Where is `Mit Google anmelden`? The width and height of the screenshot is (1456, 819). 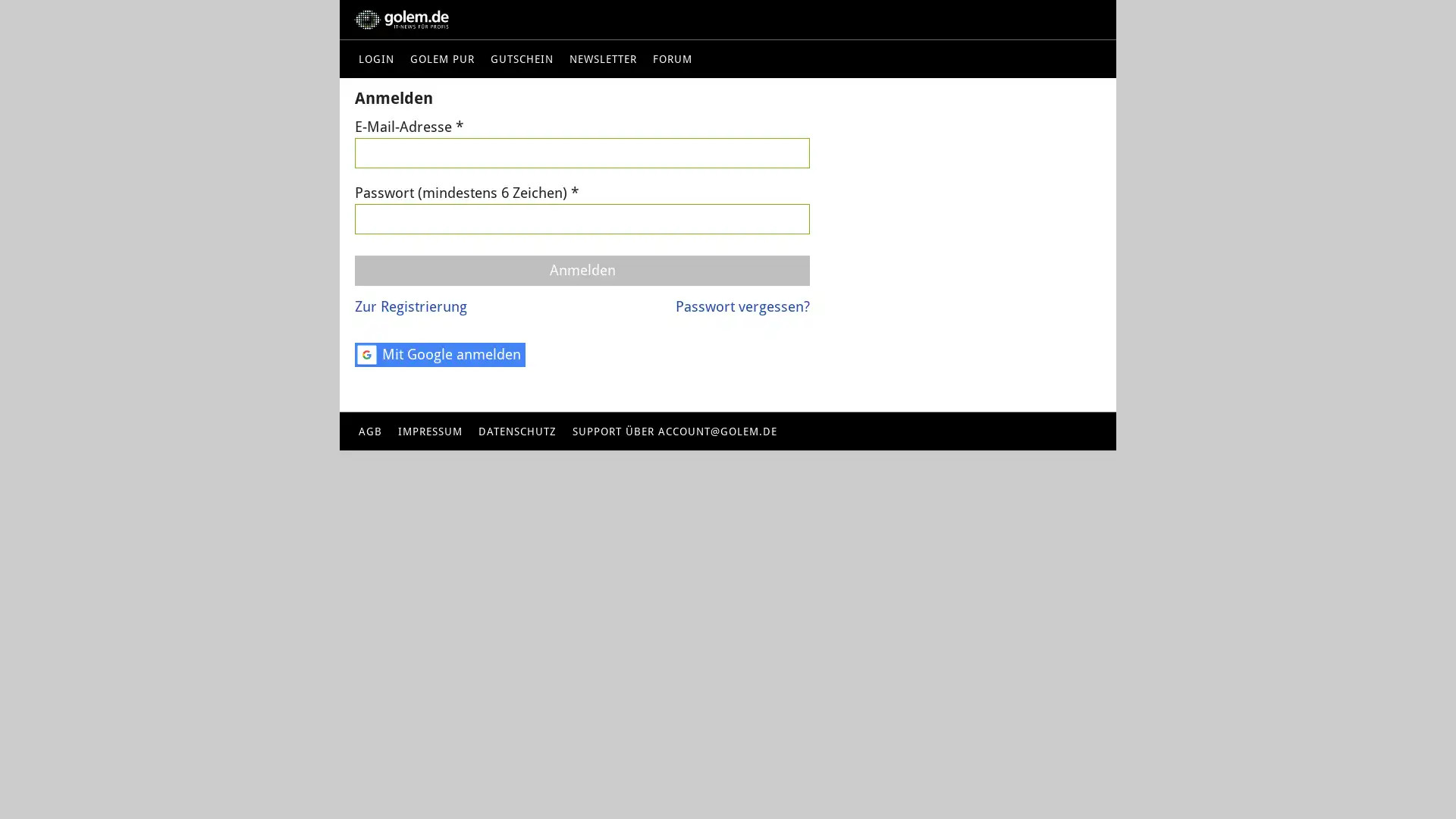 Mit Google anmelden is located at coordinates (439, 354).